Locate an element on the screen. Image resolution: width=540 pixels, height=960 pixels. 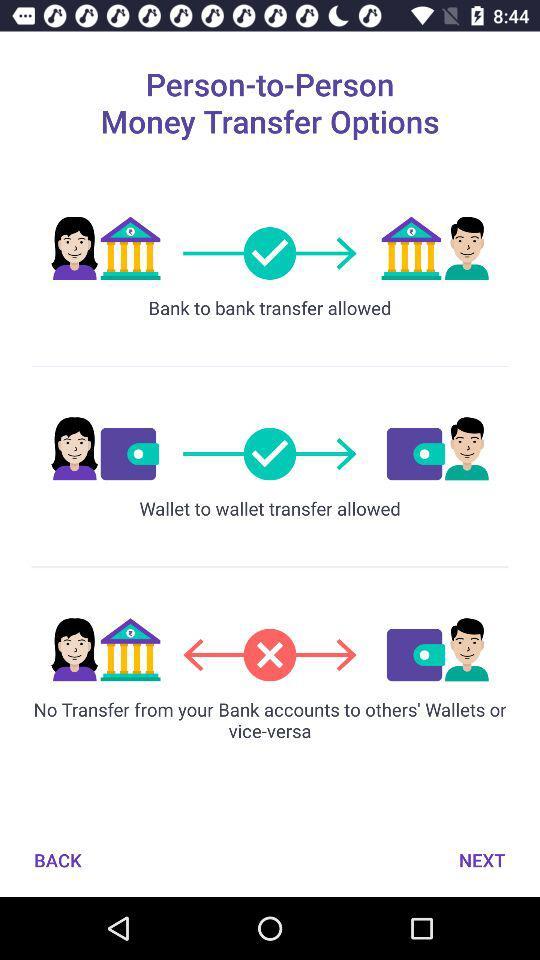
the next button which is on the bottom right of the page is located at coordinates (481, 859).